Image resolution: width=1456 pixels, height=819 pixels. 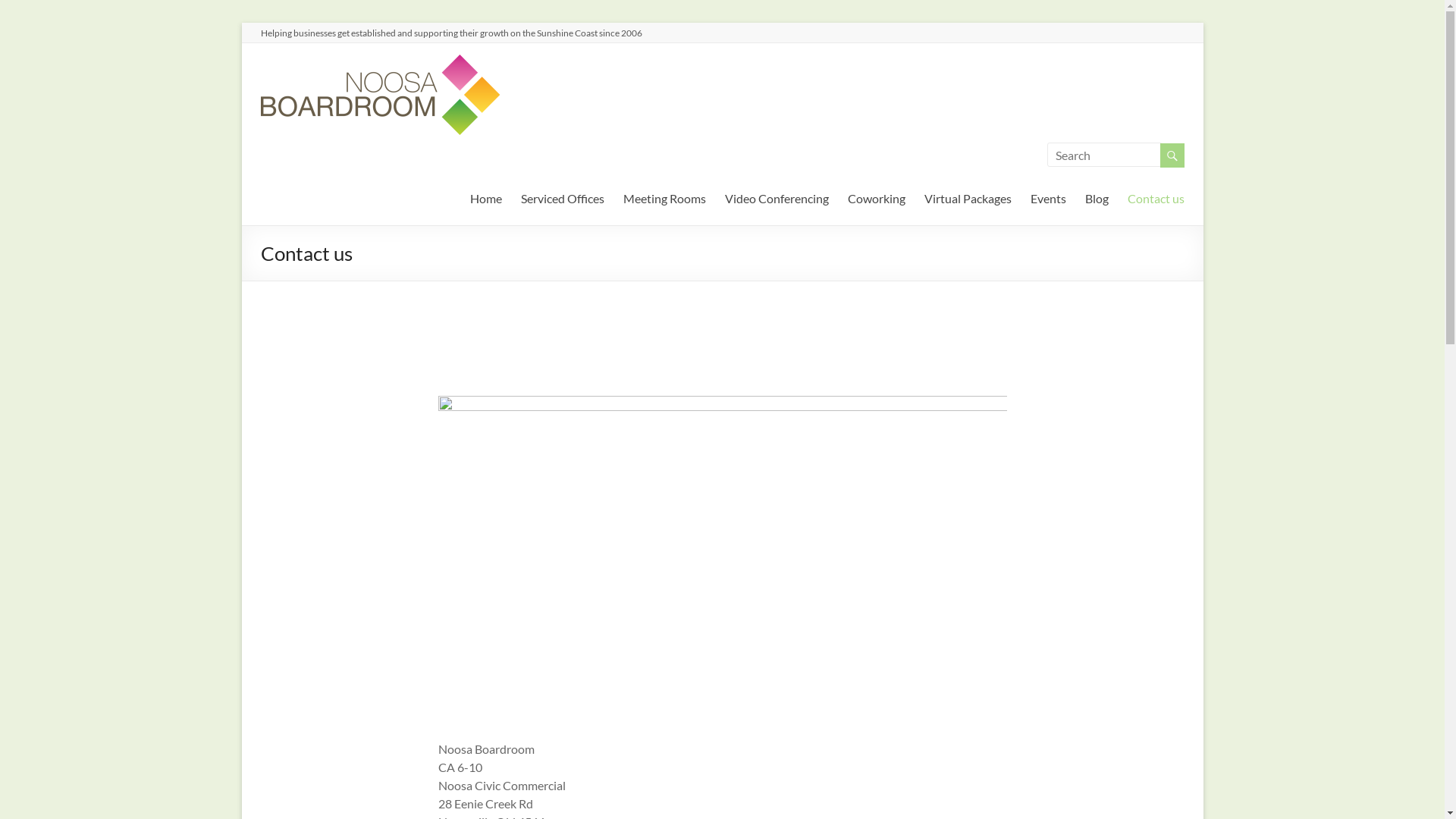 I want to click on 'Blog', so click(x=1096, y=195).